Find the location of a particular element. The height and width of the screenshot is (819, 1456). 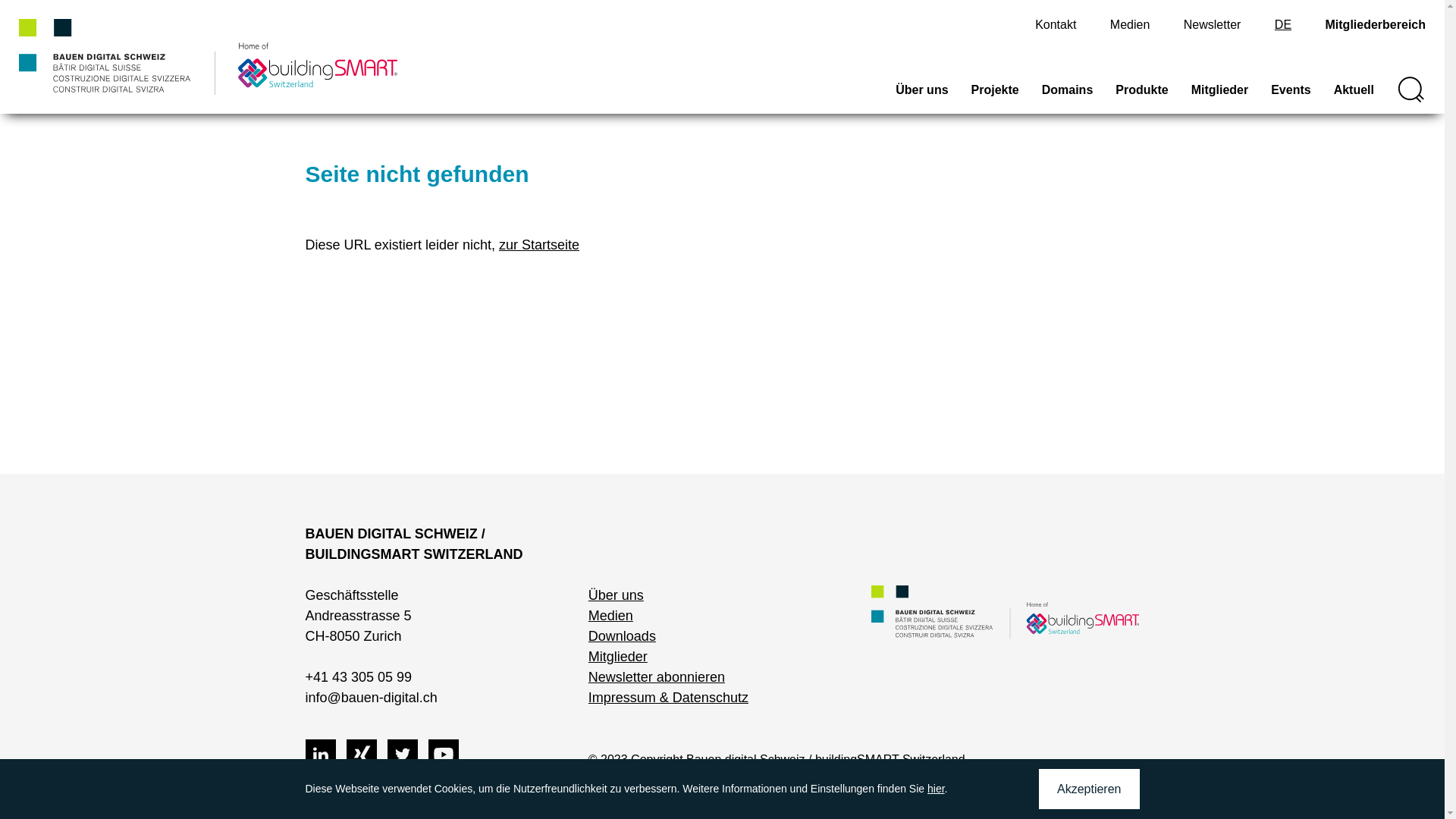

'Downloads' is located at coordinates (588, 636).